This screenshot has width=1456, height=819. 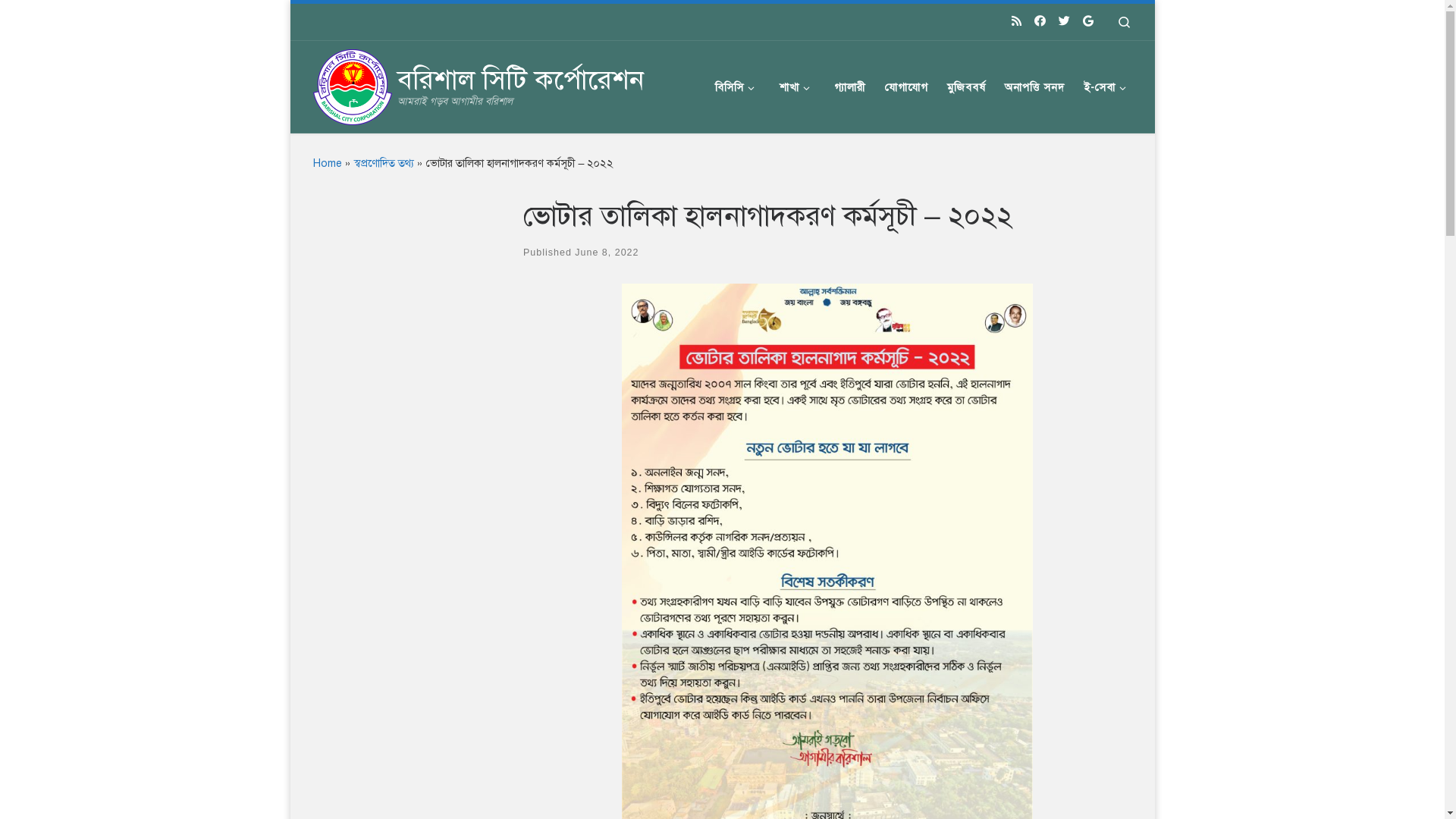 I want to click on 'Home', so click(x=326, y=163).